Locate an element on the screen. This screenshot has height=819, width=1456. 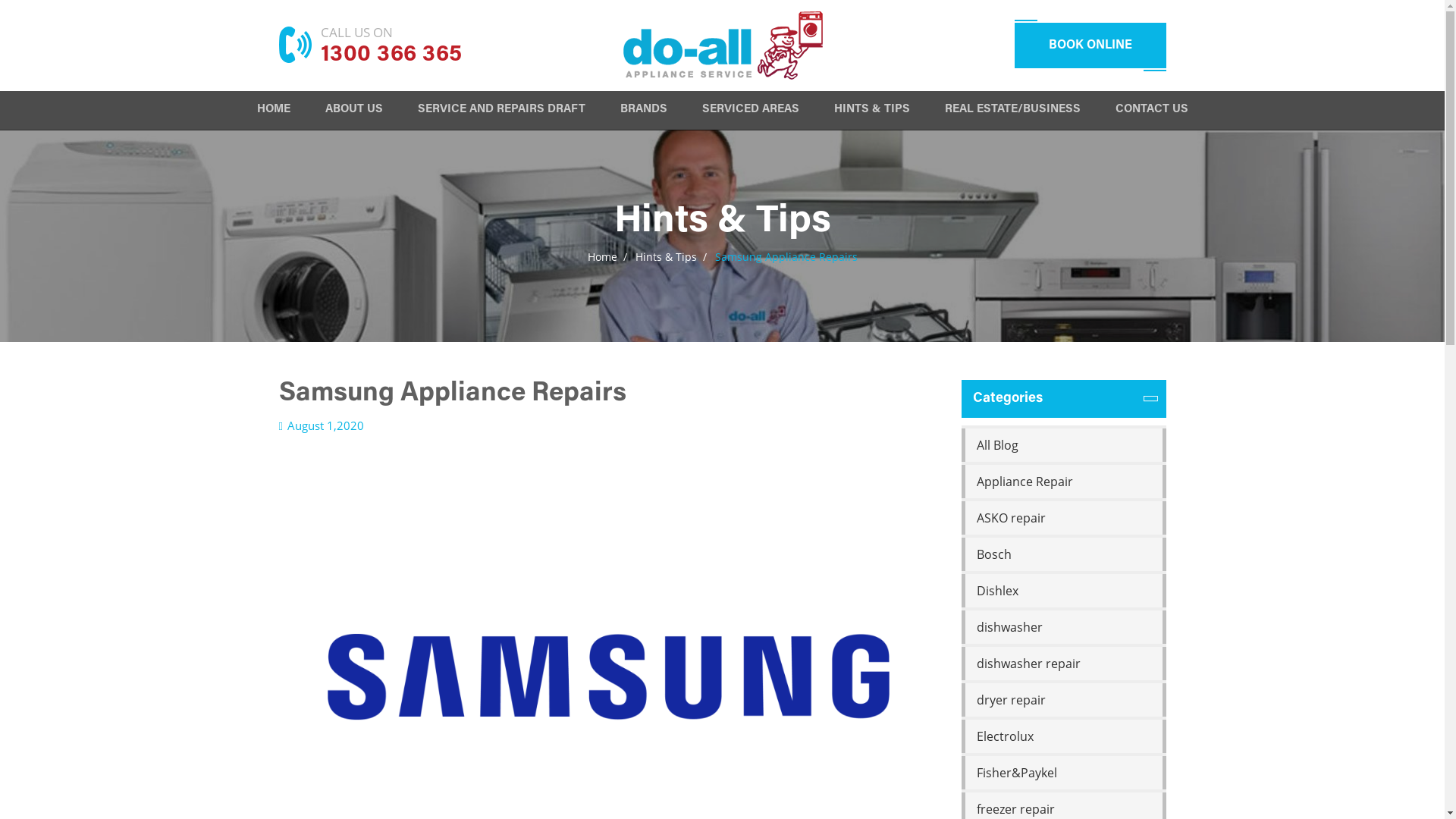
'dishwasher' is located at coordinates (1062, 626).